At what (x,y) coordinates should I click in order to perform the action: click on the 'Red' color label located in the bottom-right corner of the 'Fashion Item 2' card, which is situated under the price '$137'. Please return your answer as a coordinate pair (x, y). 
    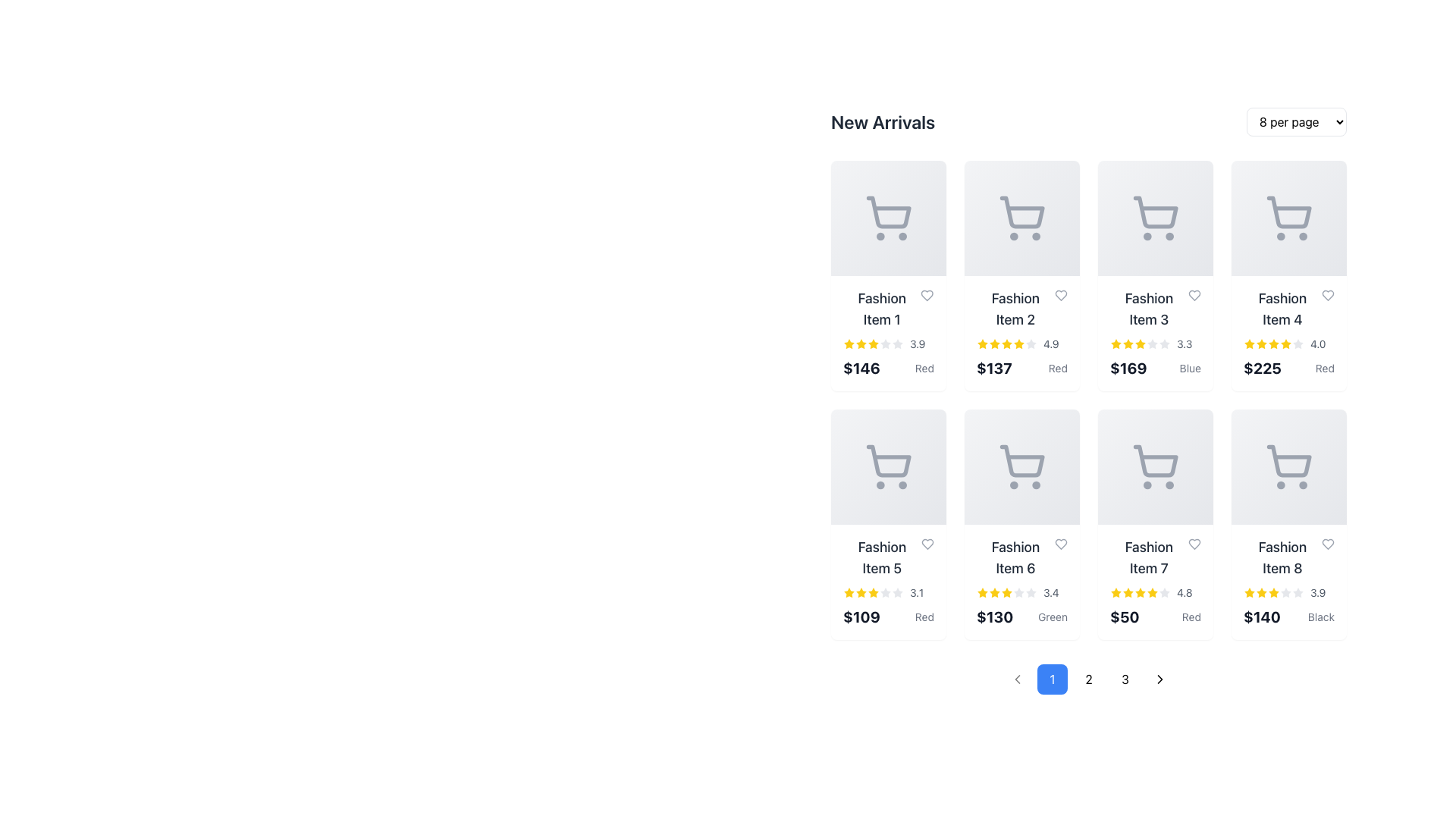
    Looking at the image, I should click on (1057, 369).